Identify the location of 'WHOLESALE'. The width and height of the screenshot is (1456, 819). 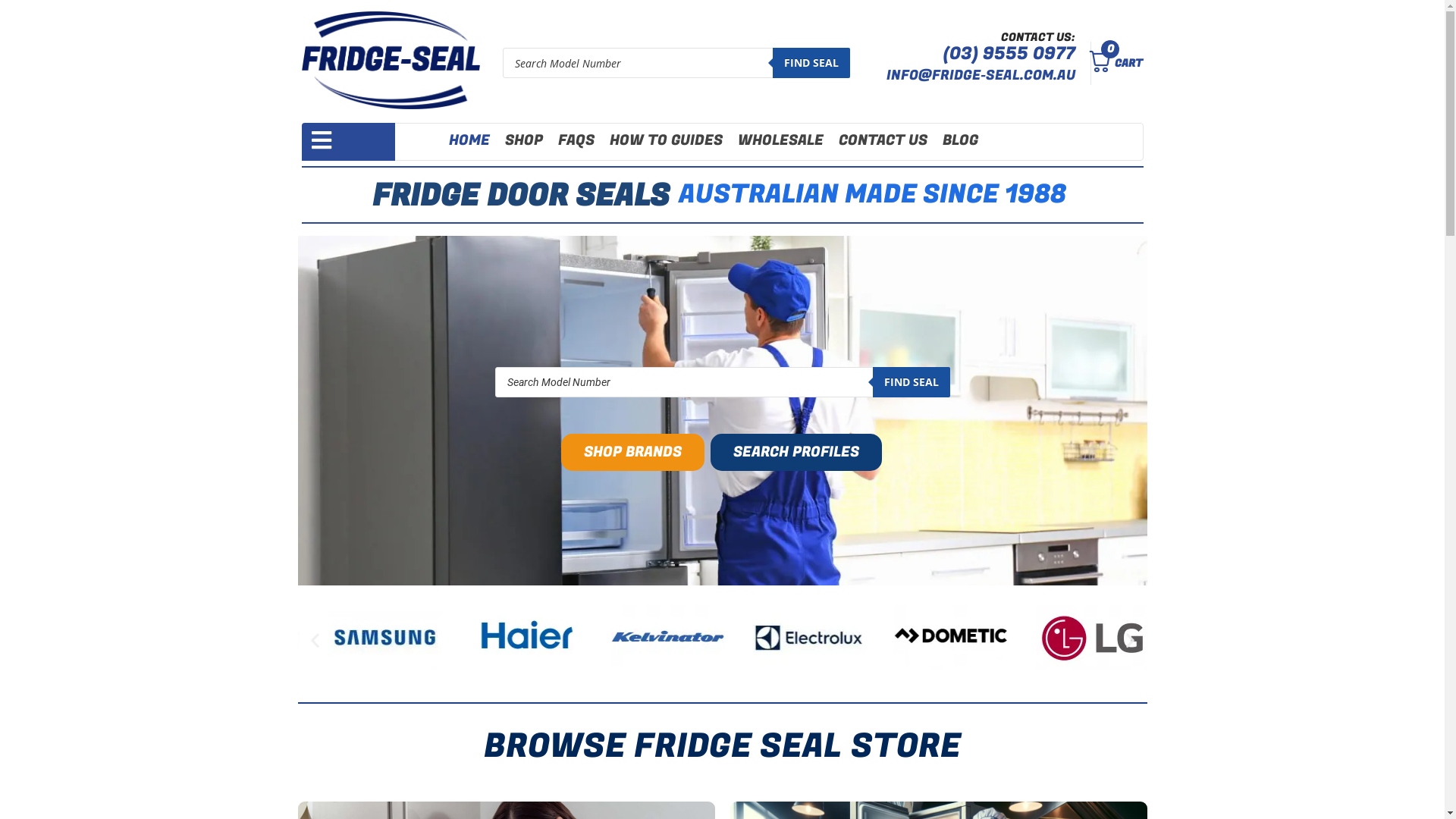
(780, 140).